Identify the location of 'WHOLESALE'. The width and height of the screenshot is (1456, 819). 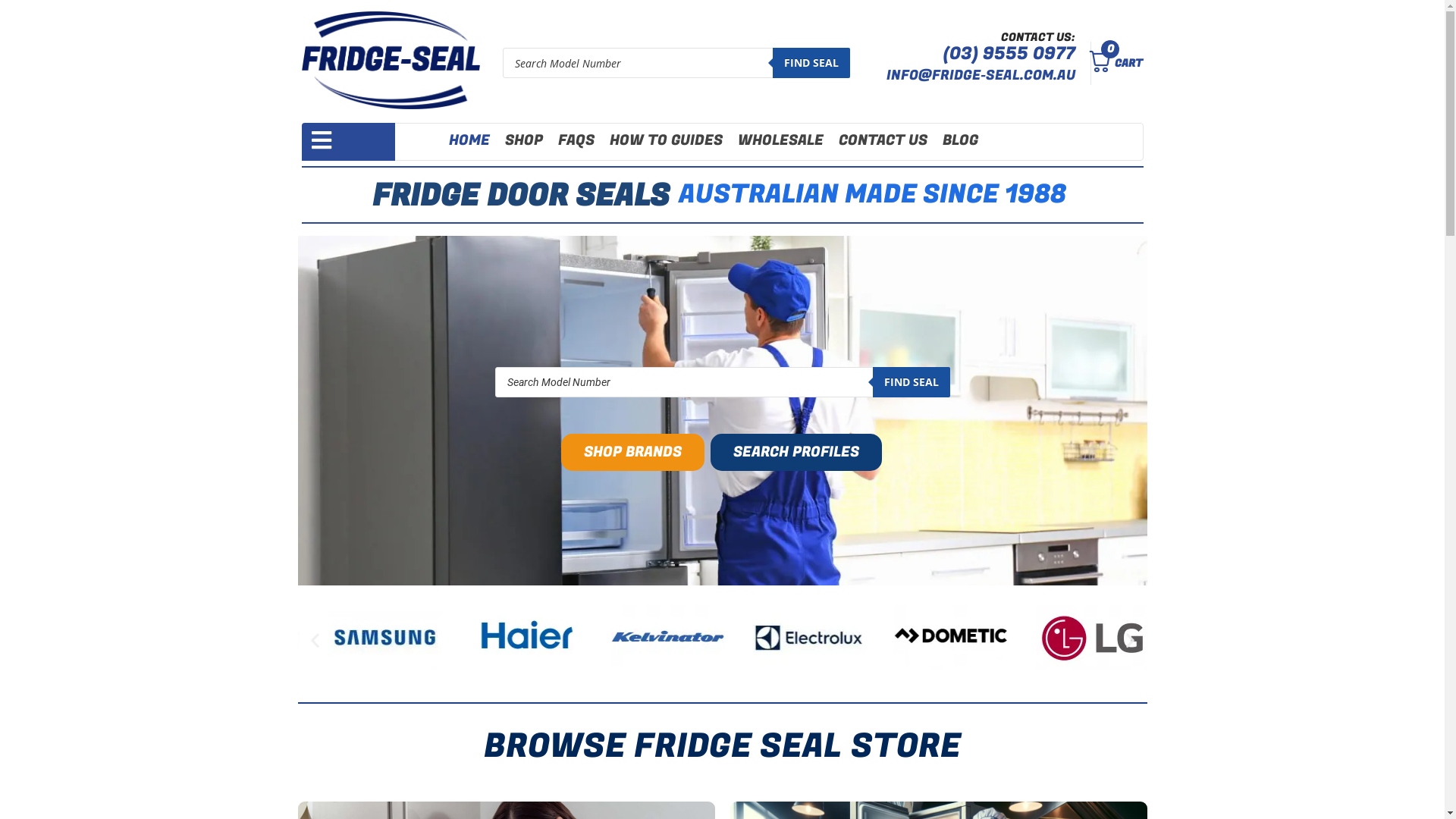
(780, 140).